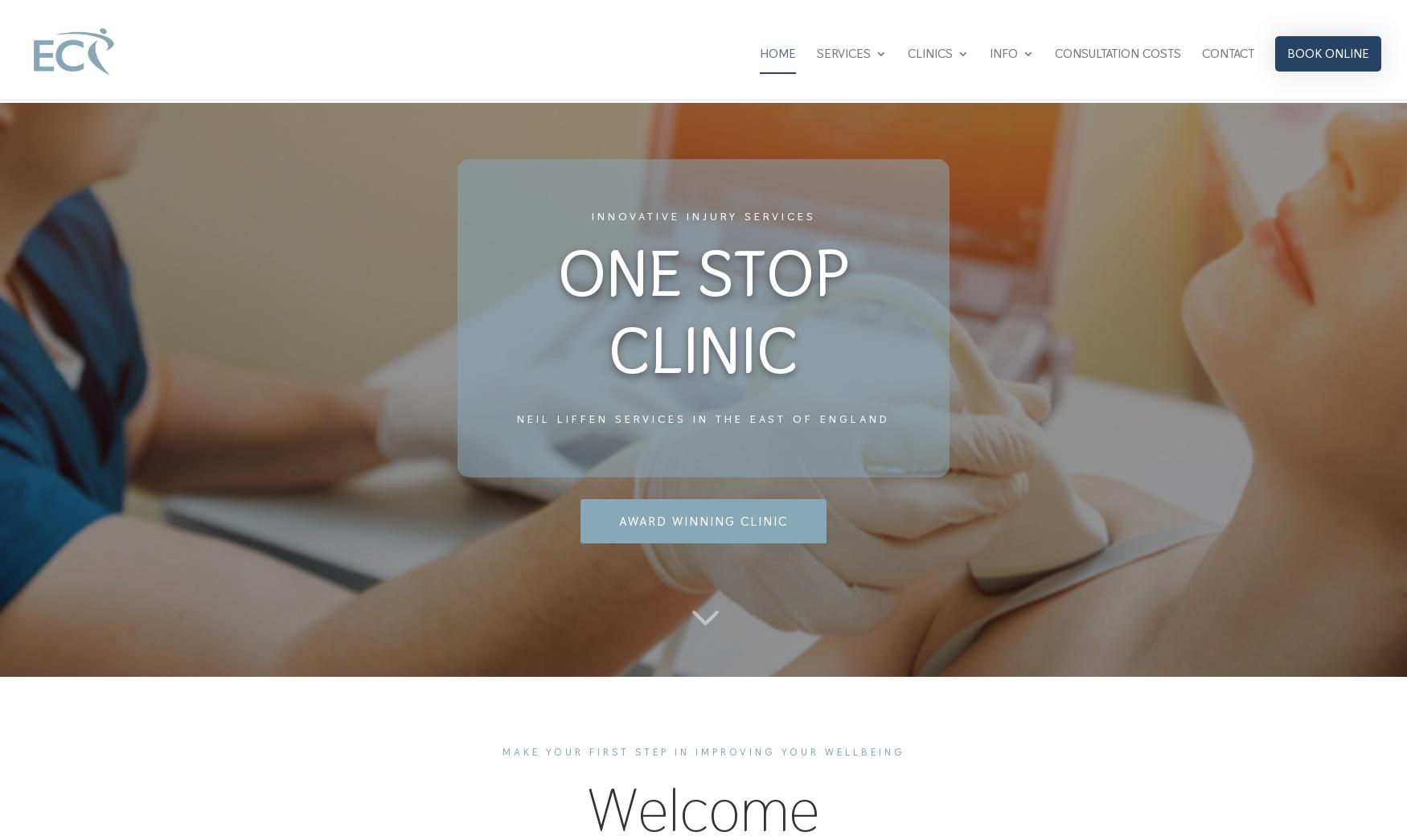 This screenshot has height=840, width=1407. I want to click on 'COVID-19 PROCEDURES', so click(1021, 212).